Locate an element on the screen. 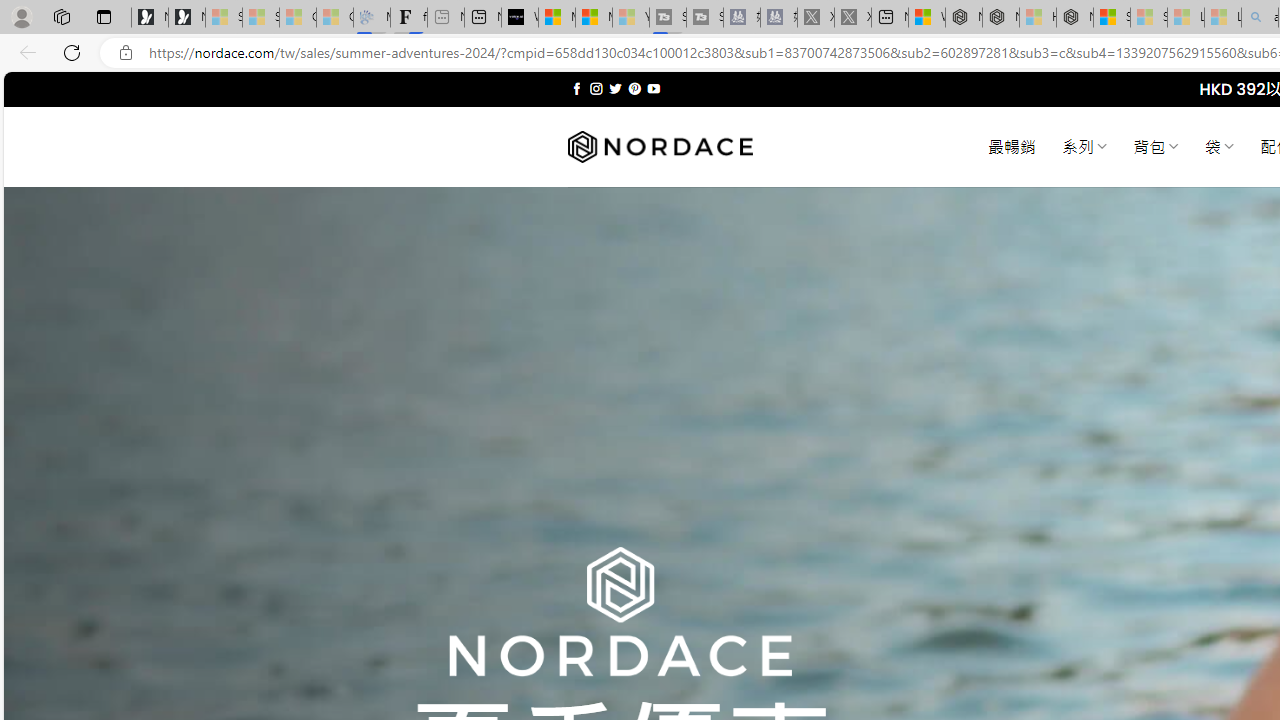 This screenshot has height=720, width=1280. 'Follow on Twitter' is located at coordinates (614, 88).